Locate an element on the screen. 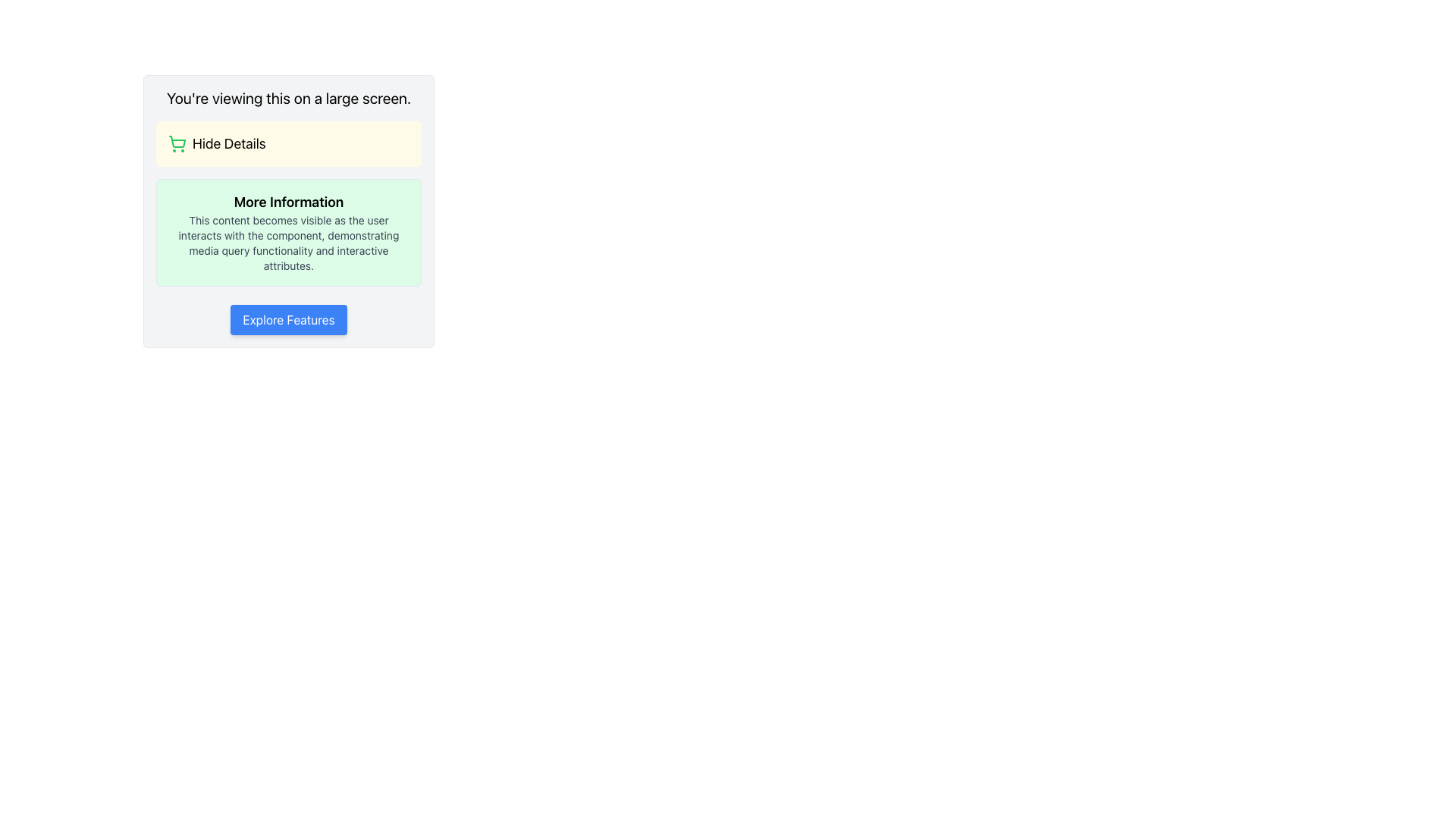 This screenshot has height=819, width=1456. the button positioned at the bottom of the visible card layout is located at coordinates (288, 318).